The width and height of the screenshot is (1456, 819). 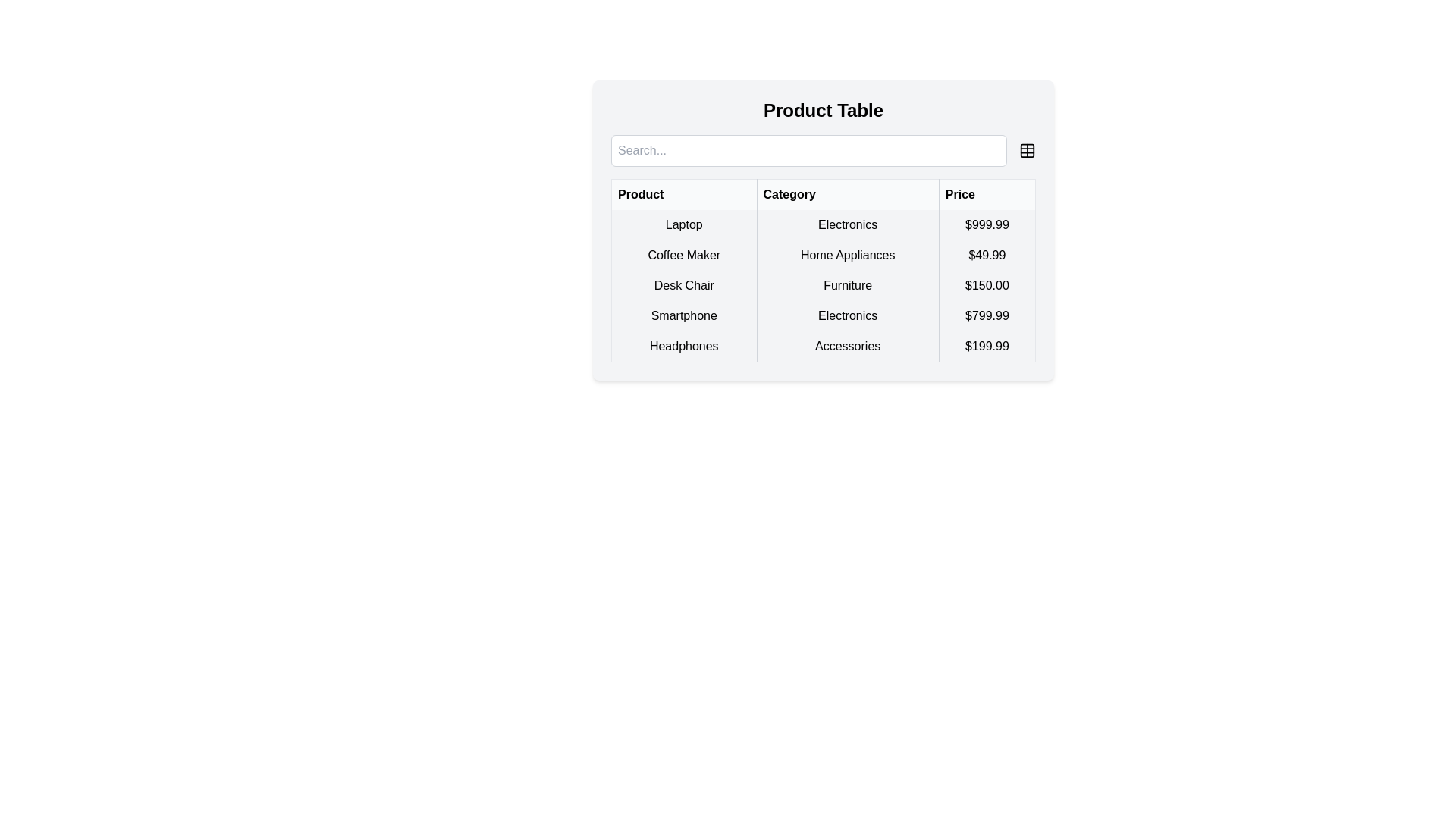 What do you see at coordinates (847, 315) in the screenshot?
I see `the static text displaying the category of the product in the second column of the row labeled 'Smartphone' in the data table` at bounding box center [847, 315].